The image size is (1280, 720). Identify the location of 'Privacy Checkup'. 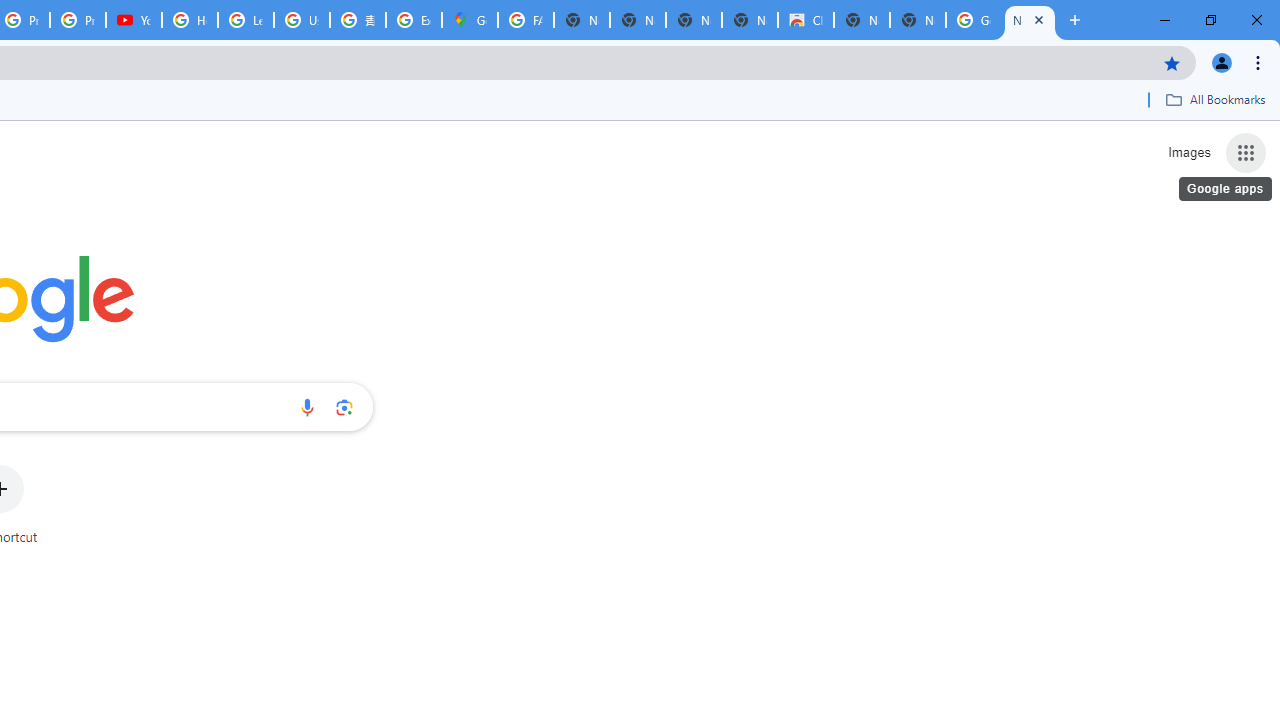
(78, 20).